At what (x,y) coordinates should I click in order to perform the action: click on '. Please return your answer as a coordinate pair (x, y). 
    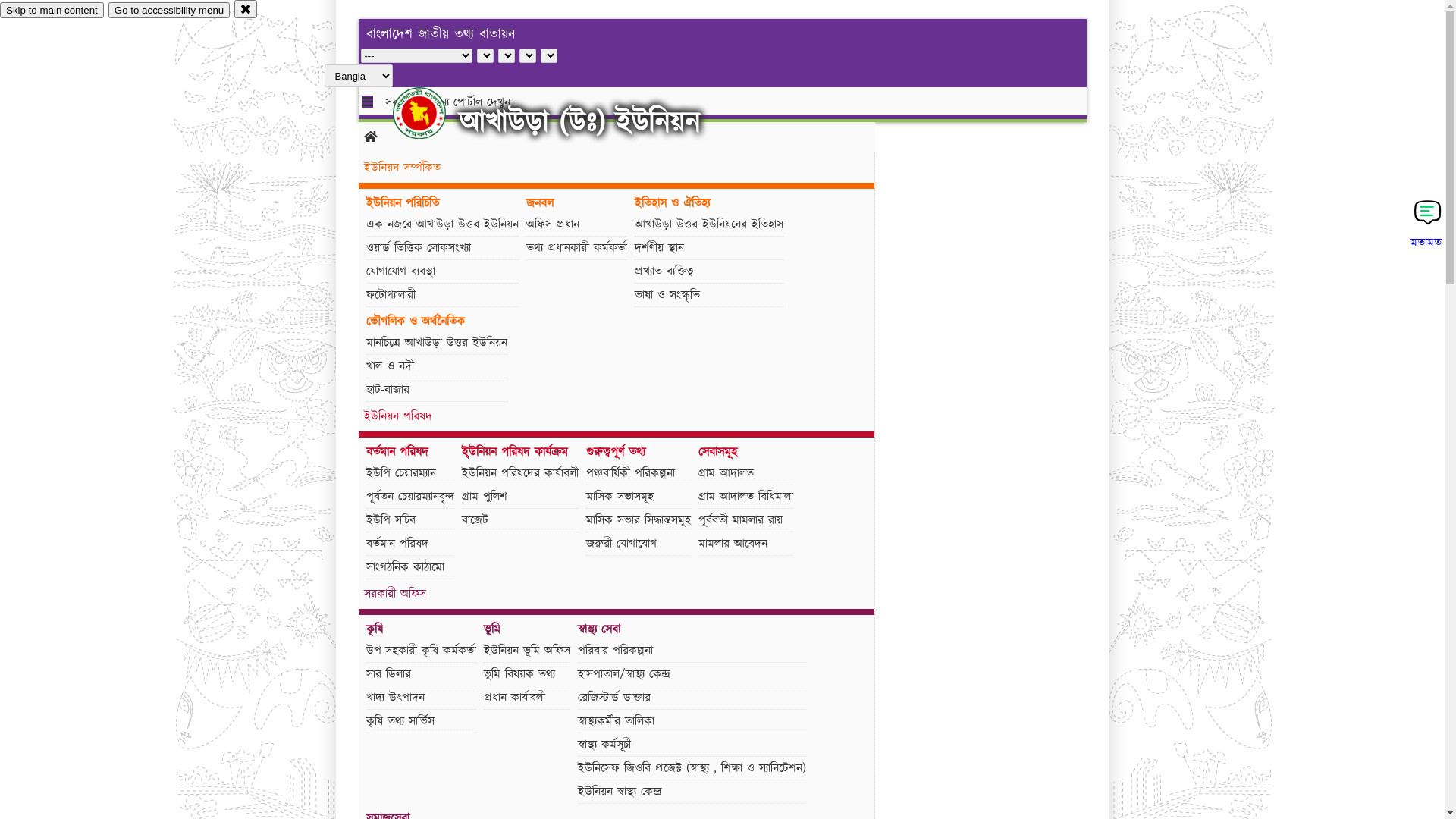
    Looking at the image, I should click on (431, 112).